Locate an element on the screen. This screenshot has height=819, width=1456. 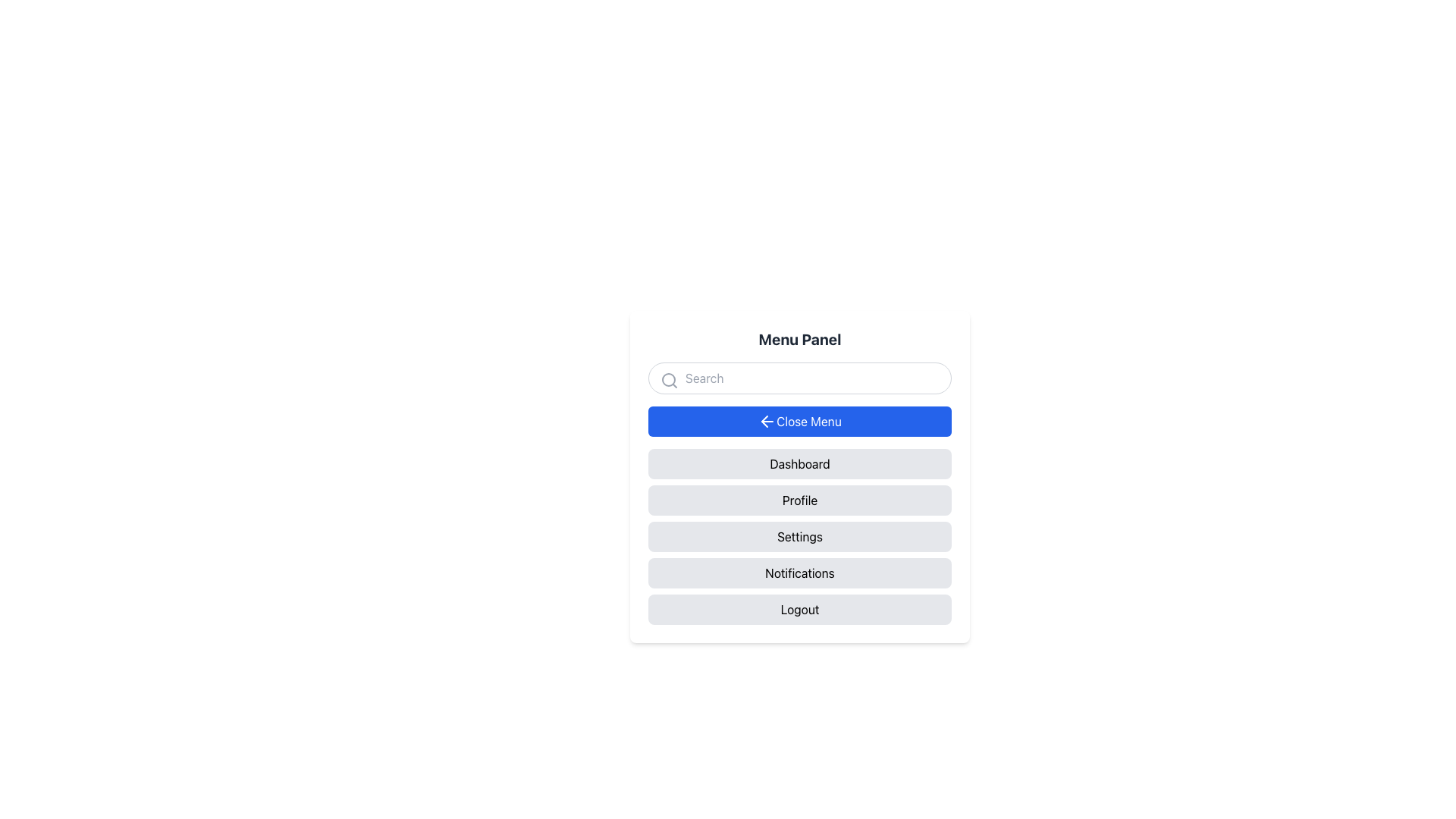
the buttons within the navigation panel located centrally beneath the search bar to either navigate or close the menu is located at coordinates (799, 475).